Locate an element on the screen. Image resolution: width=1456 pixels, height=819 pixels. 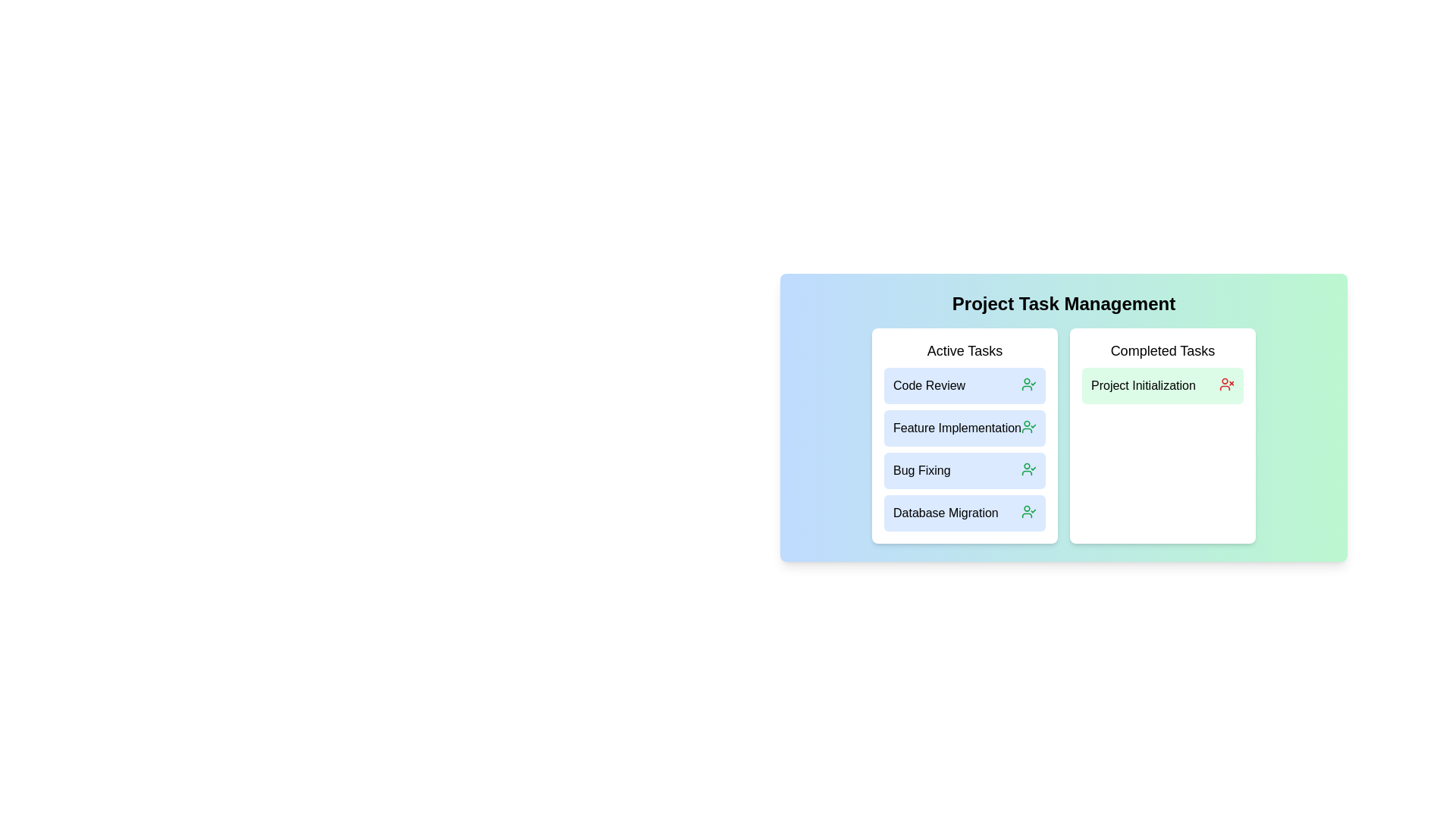
the 'UserCheck' icon next to the task 'Bug Fixing' in the Active Tasks list is located at coordinates (1029, 468).